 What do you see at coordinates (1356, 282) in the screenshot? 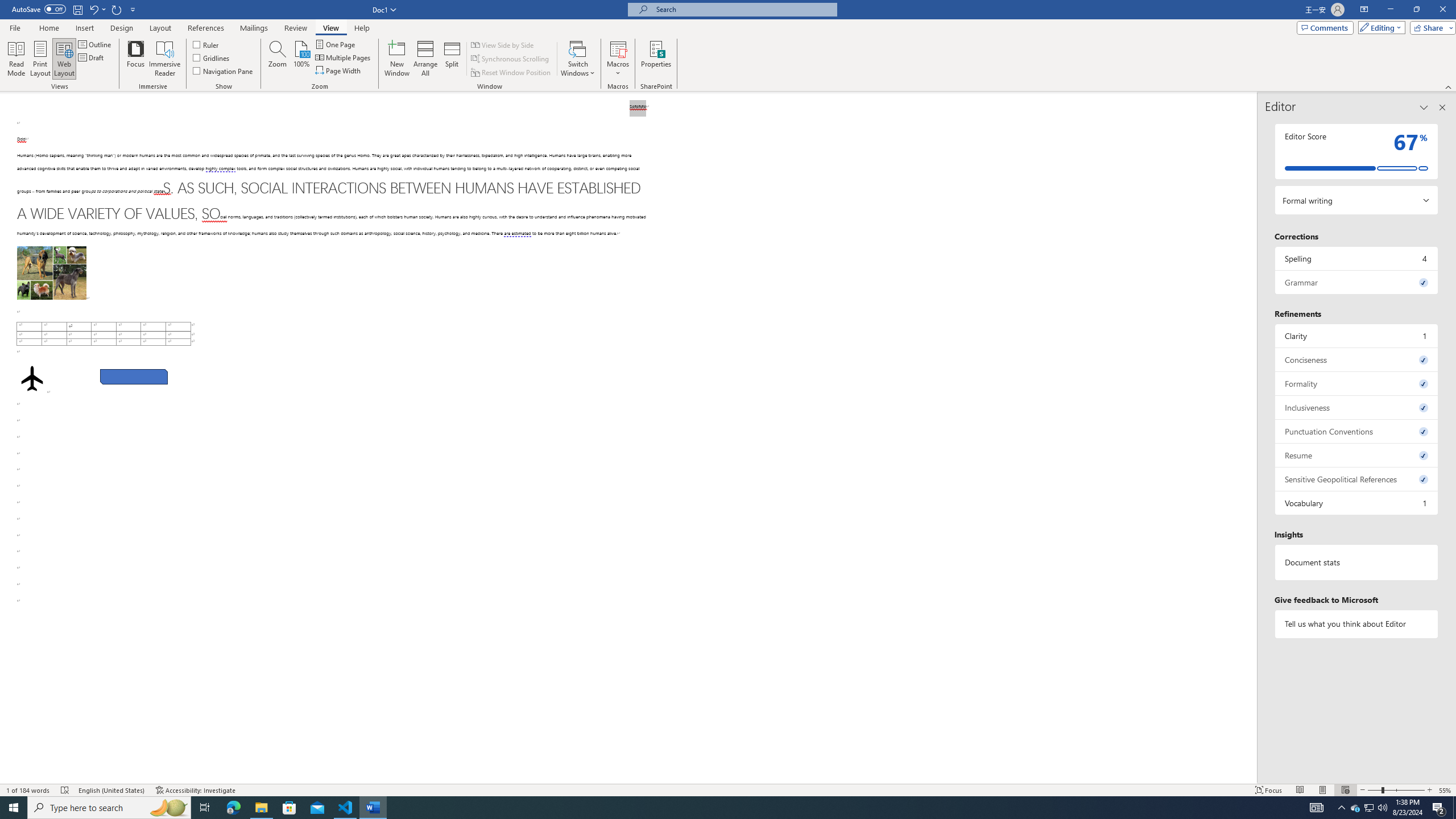
I see `'Grammar, 0 issues. Press space or enter to review items.'` at bounding box center [1356, 282].